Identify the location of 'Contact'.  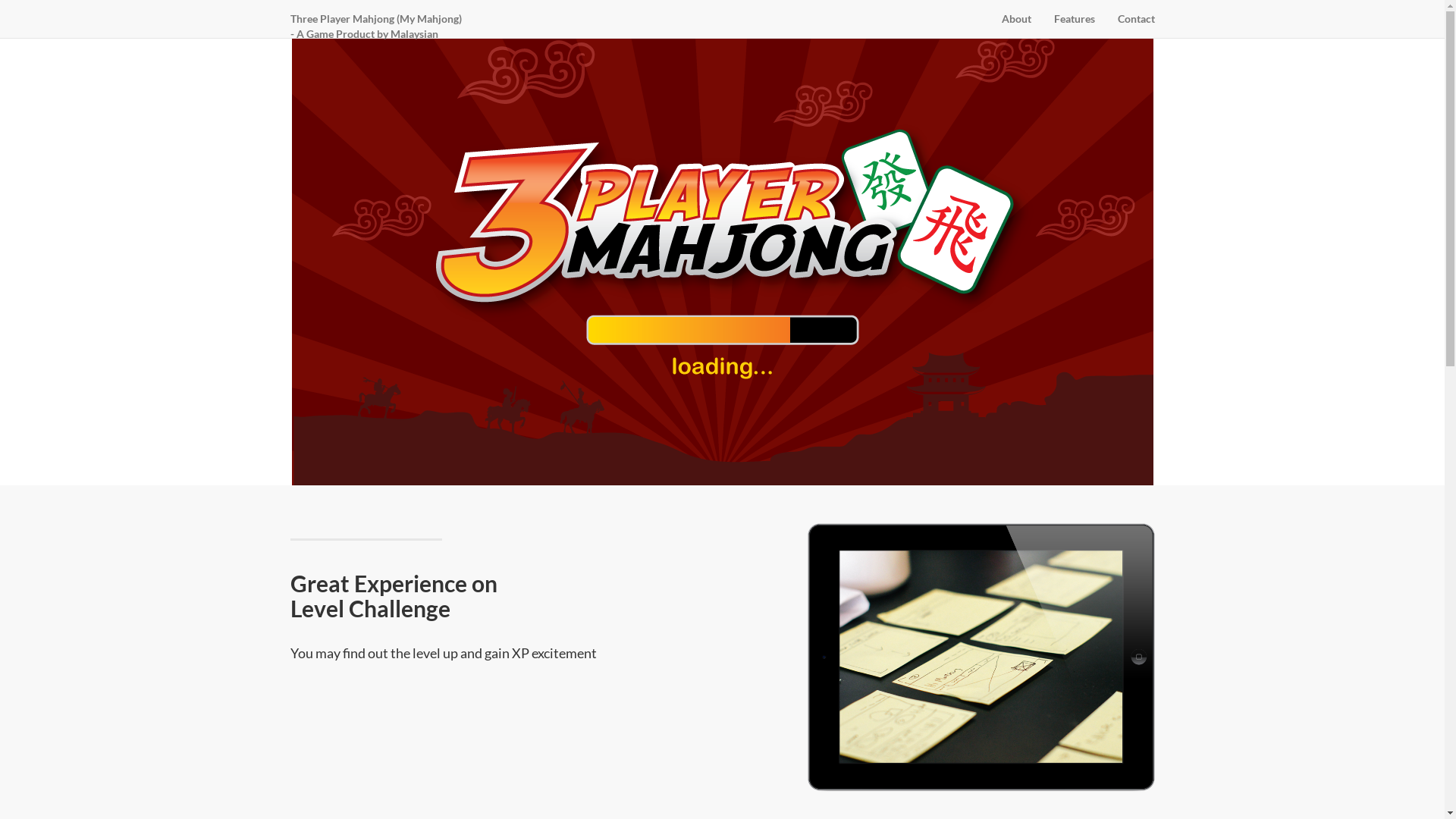
(1135, 18).